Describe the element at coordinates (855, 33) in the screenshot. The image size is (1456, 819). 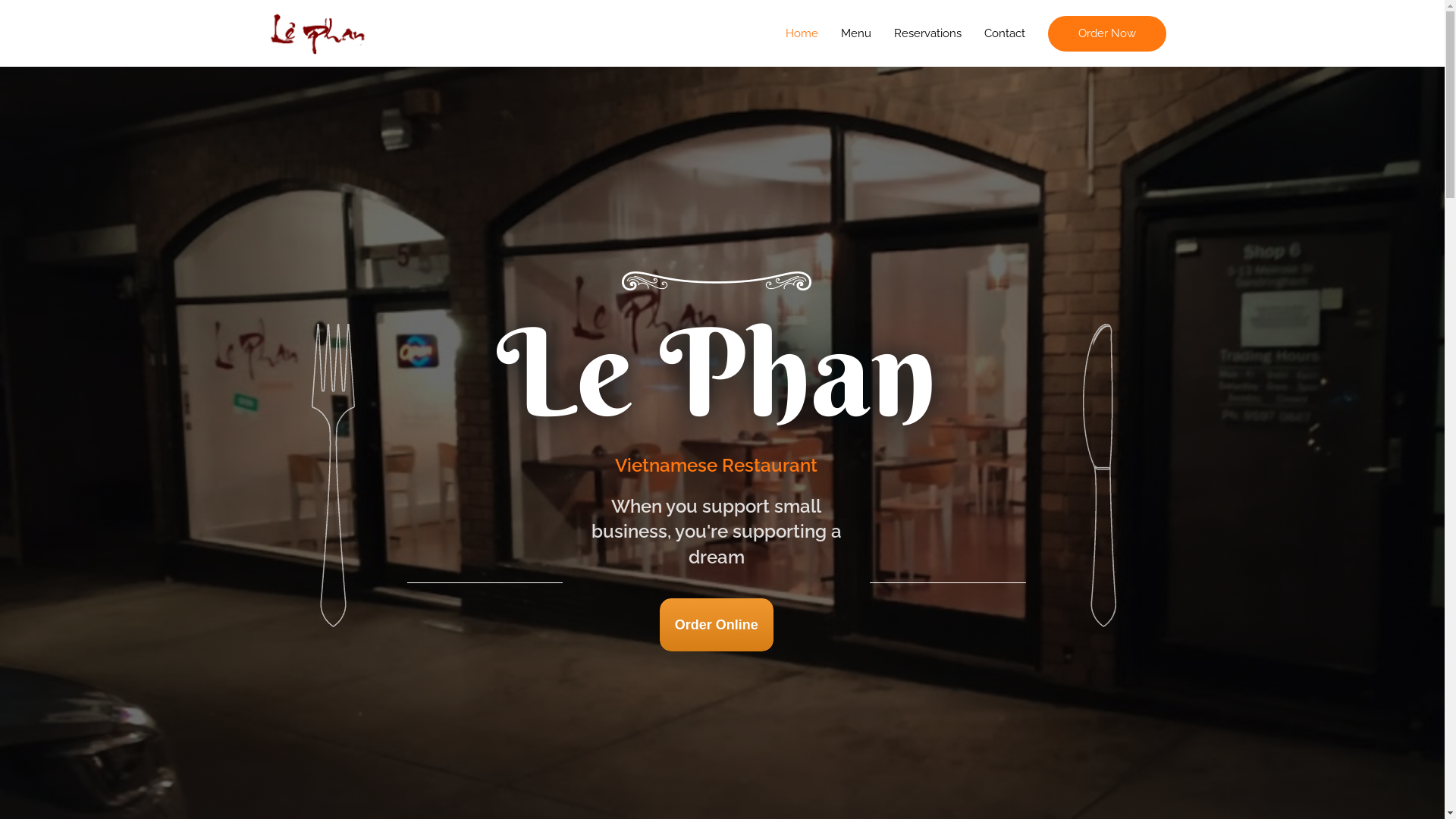
I see `'Menu'` at that location.